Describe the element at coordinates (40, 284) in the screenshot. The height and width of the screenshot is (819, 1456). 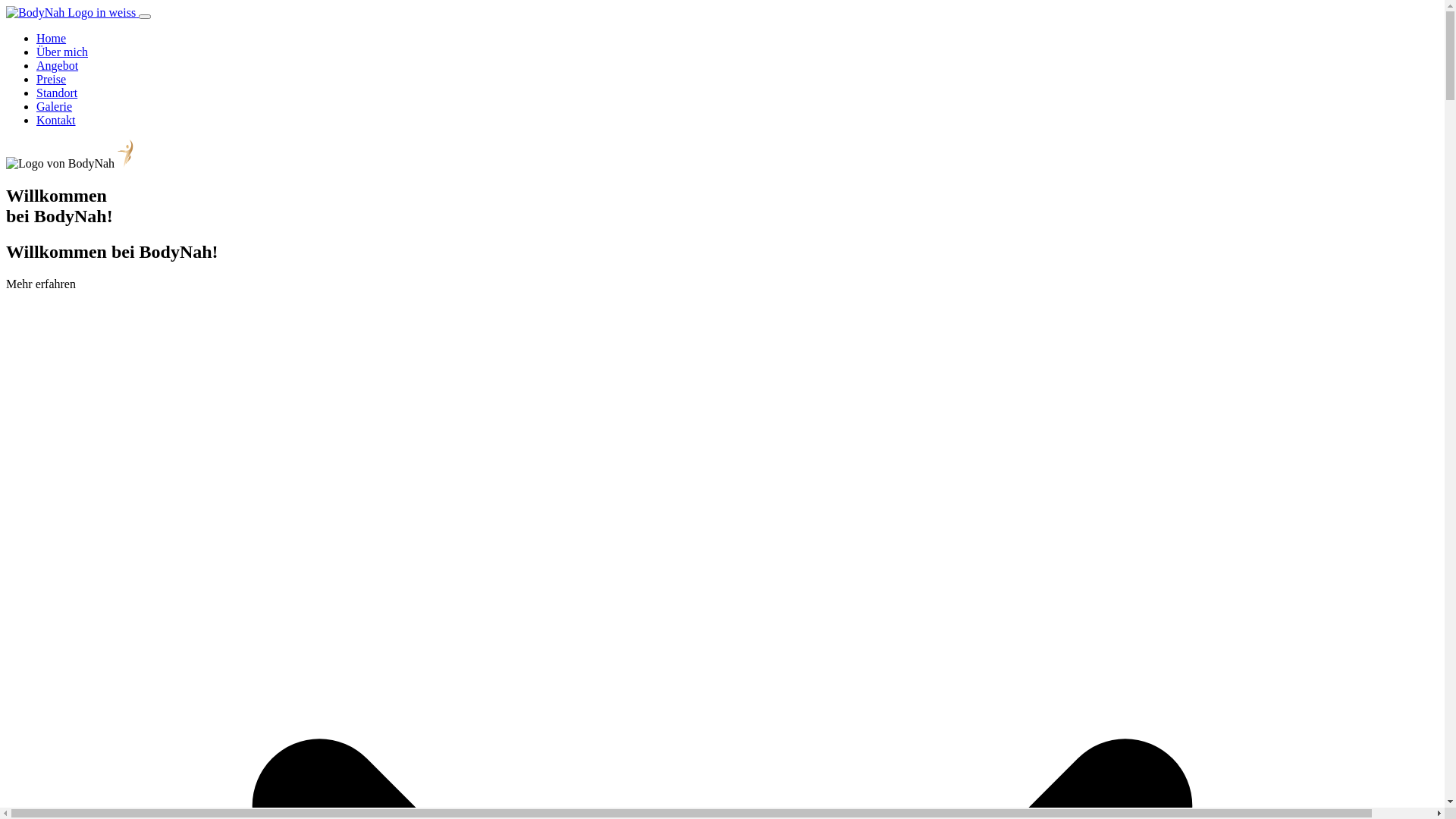
I see `'Mehr erfahren'` at that location.